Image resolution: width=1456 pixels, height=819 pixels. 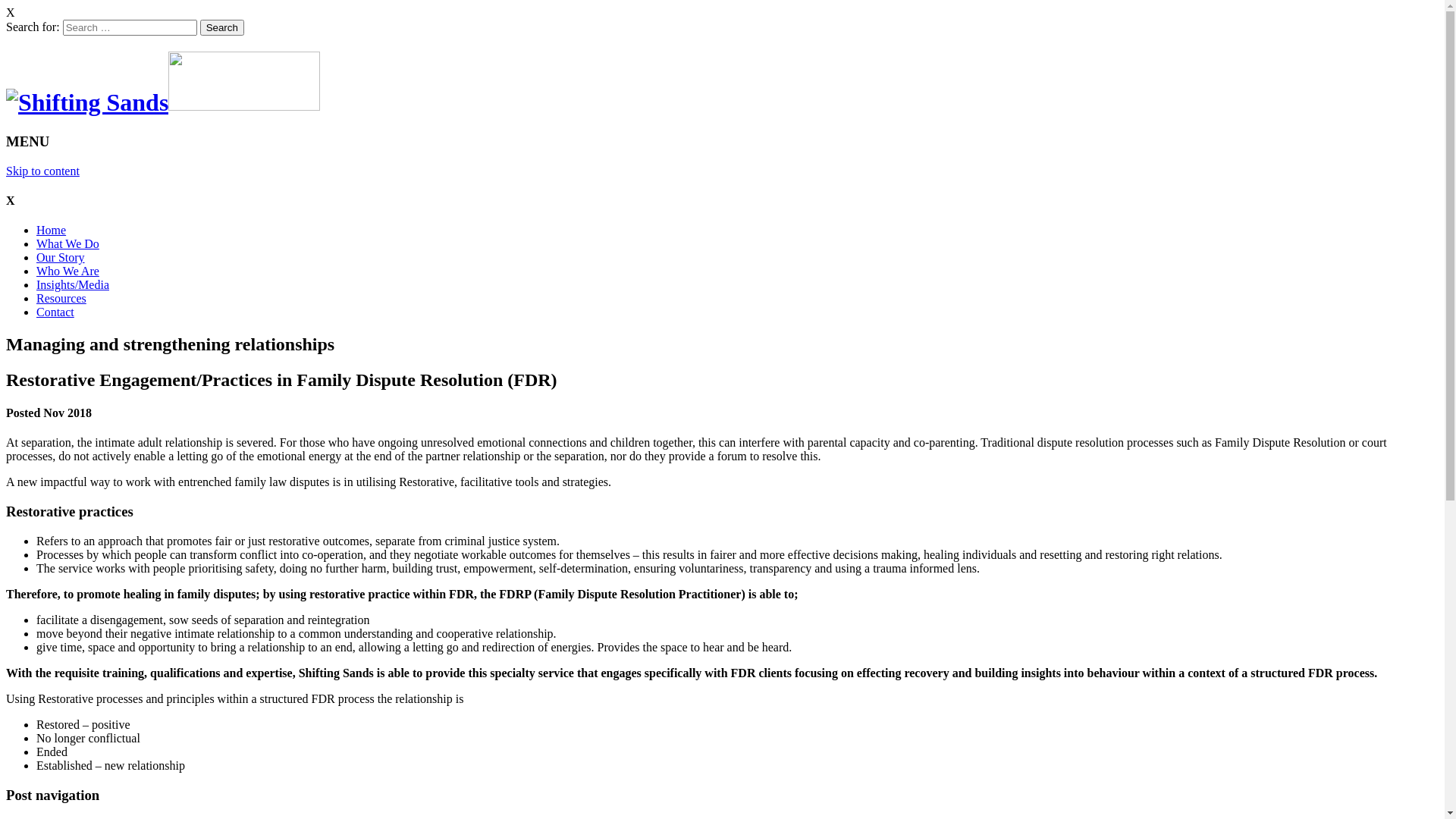 What do you see at coordinates (221, 27) in the screenshot?
I see `'Search'` at bounding box center [221, 27].